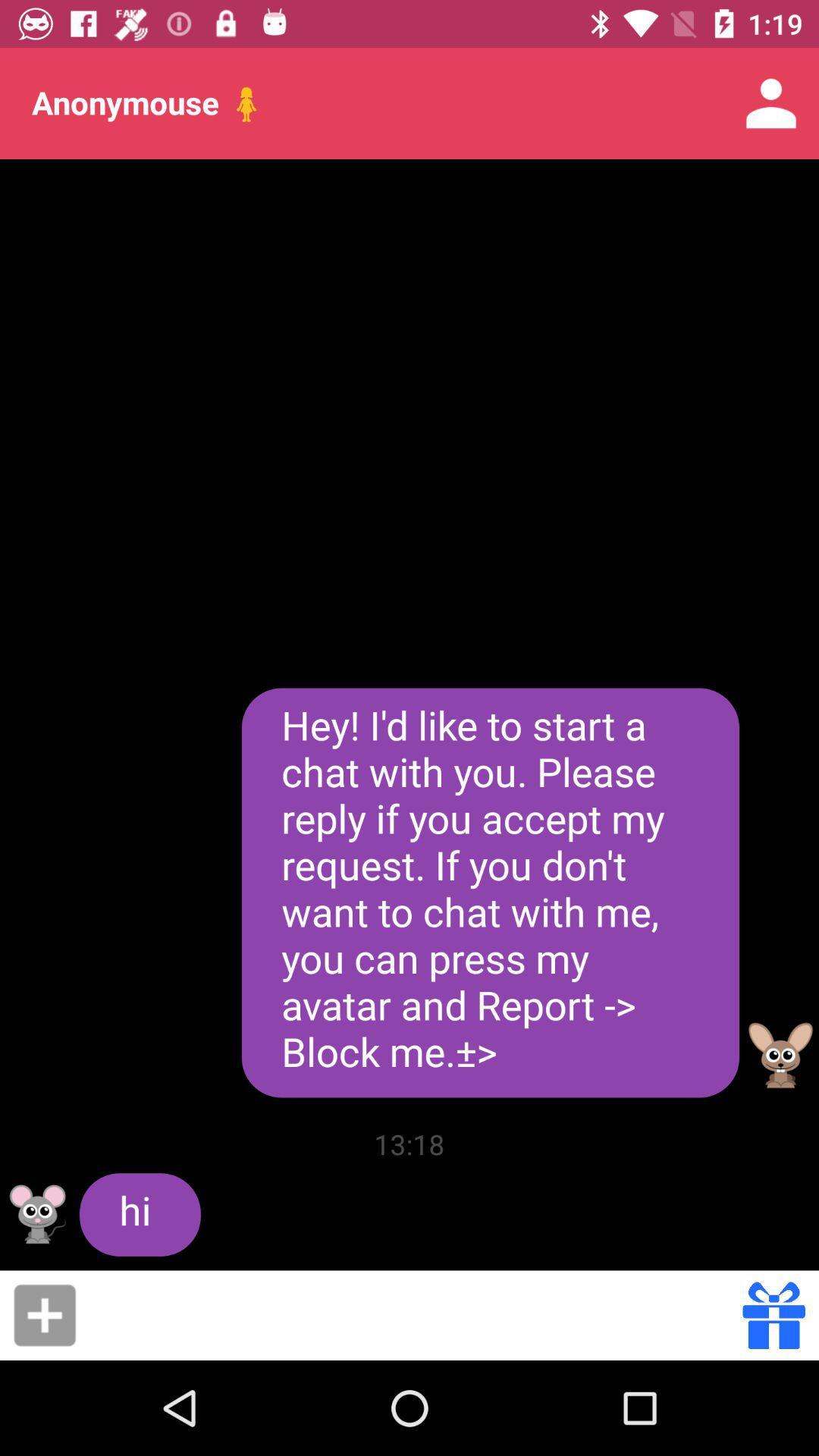  Describe the element at coordinates (44, 1314) in the screenshot. I see `orange box flashing on adding files sign` at that location.